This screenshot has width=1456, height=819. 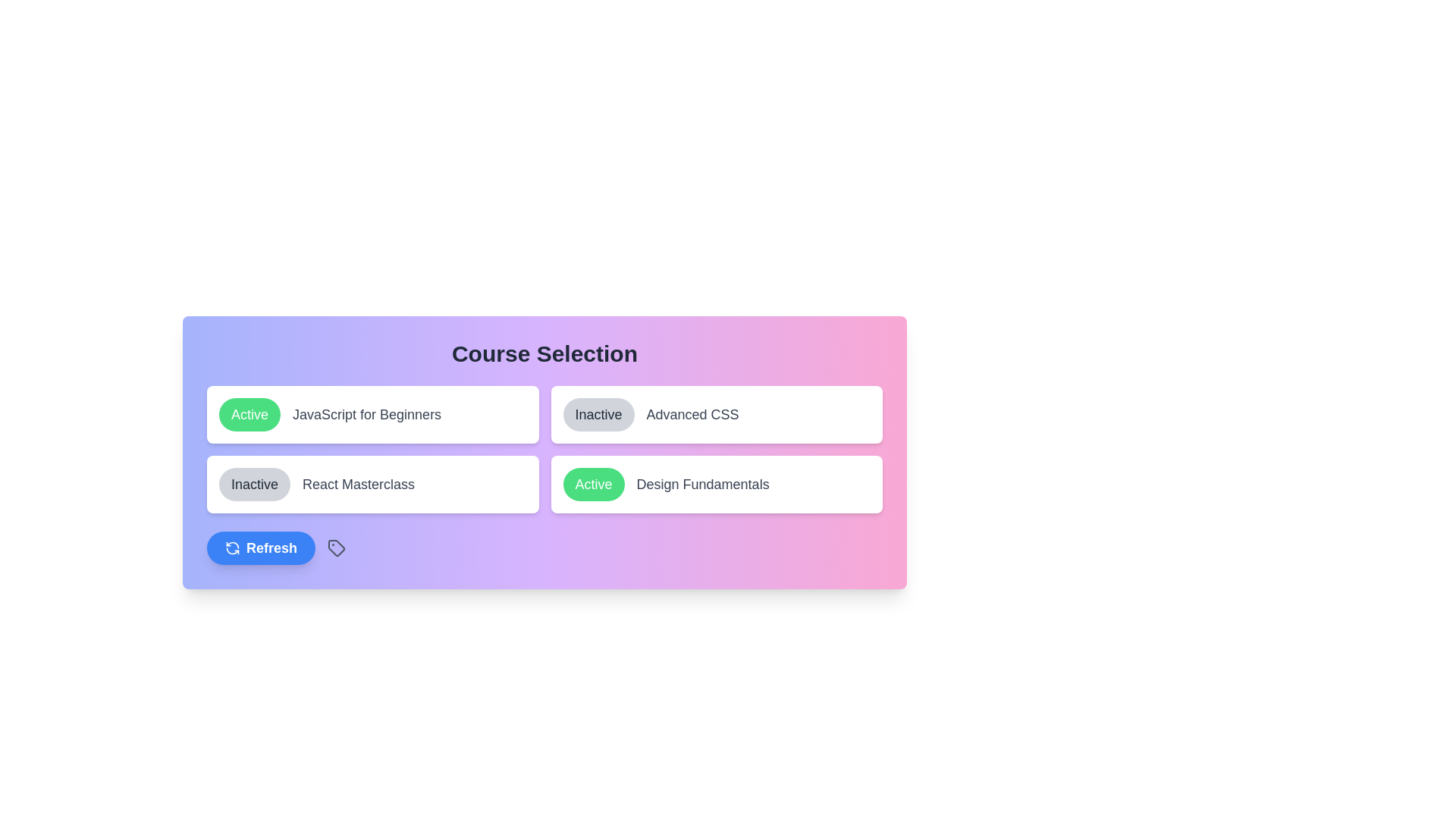 I want to click on the 'Inactive' button with rounded corners and a gray background located under the 'Course Selection' heading to change its status, so click(x=598, y=415).